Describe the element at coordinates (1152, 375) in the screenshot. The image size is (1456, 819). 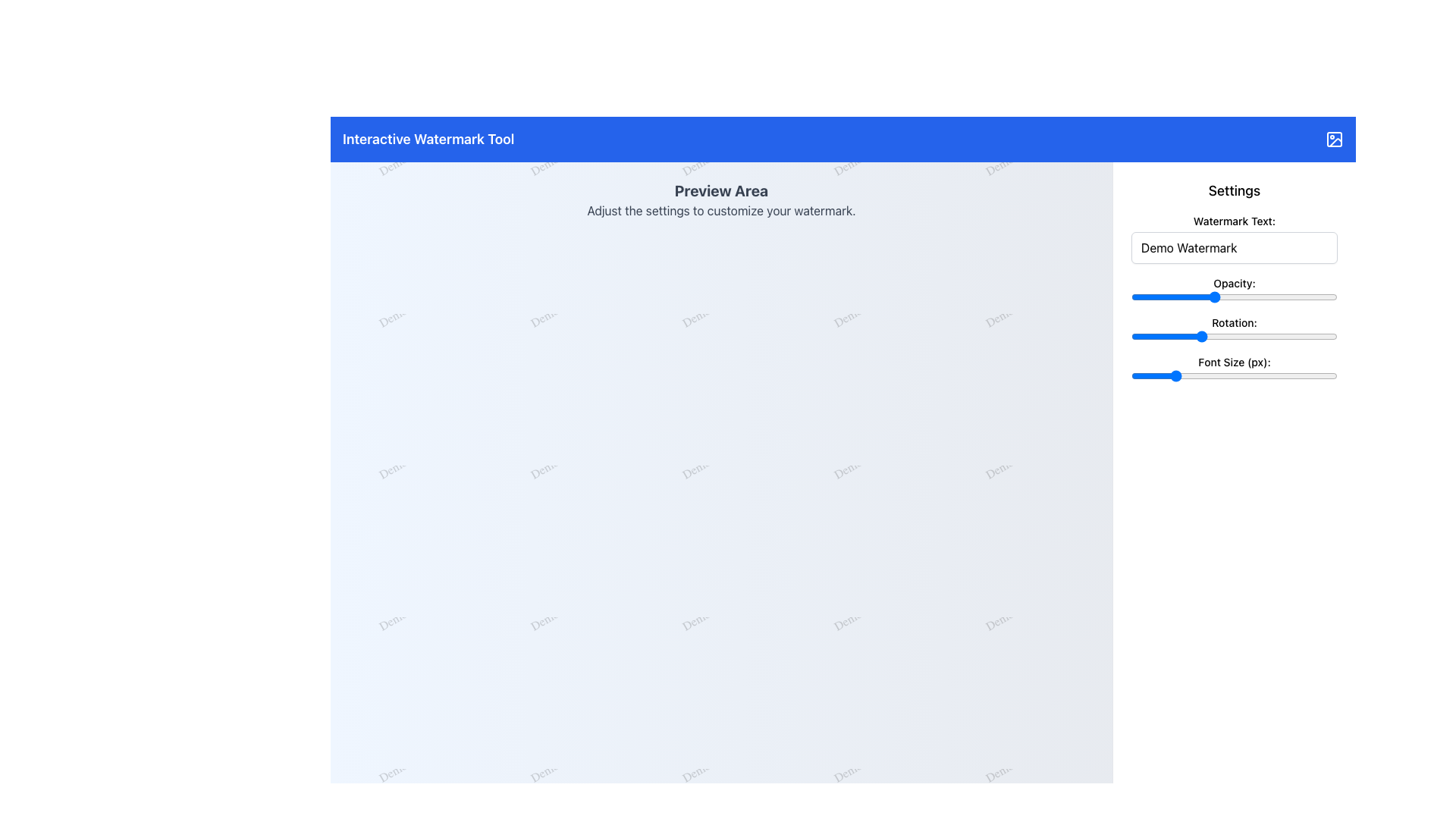
I see `font size` at that location.